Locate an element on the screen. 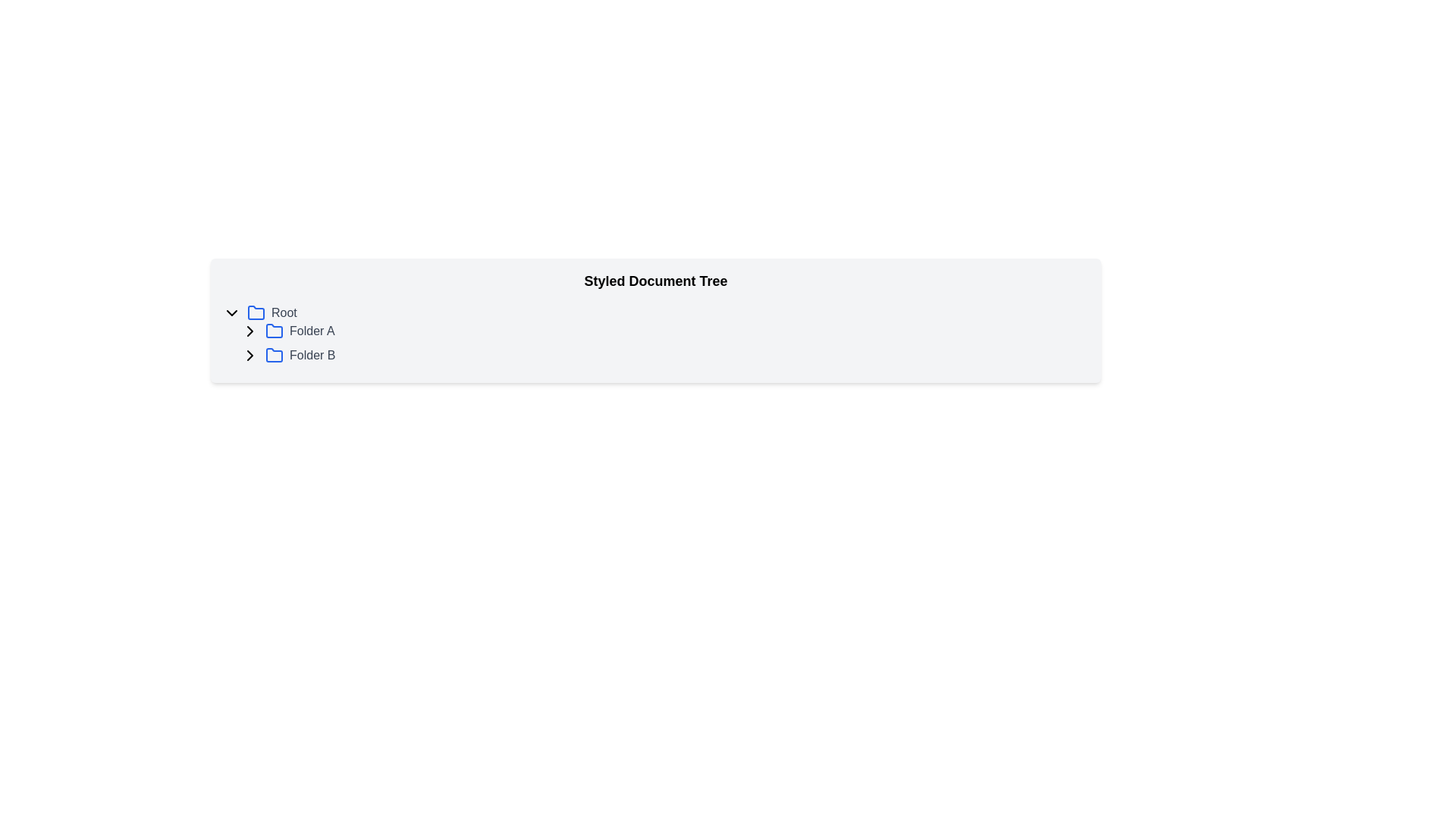 Image resolution: width=1456 pixels, height=819 pixels. the blue folder icon located is located at coordinates (274, 355).